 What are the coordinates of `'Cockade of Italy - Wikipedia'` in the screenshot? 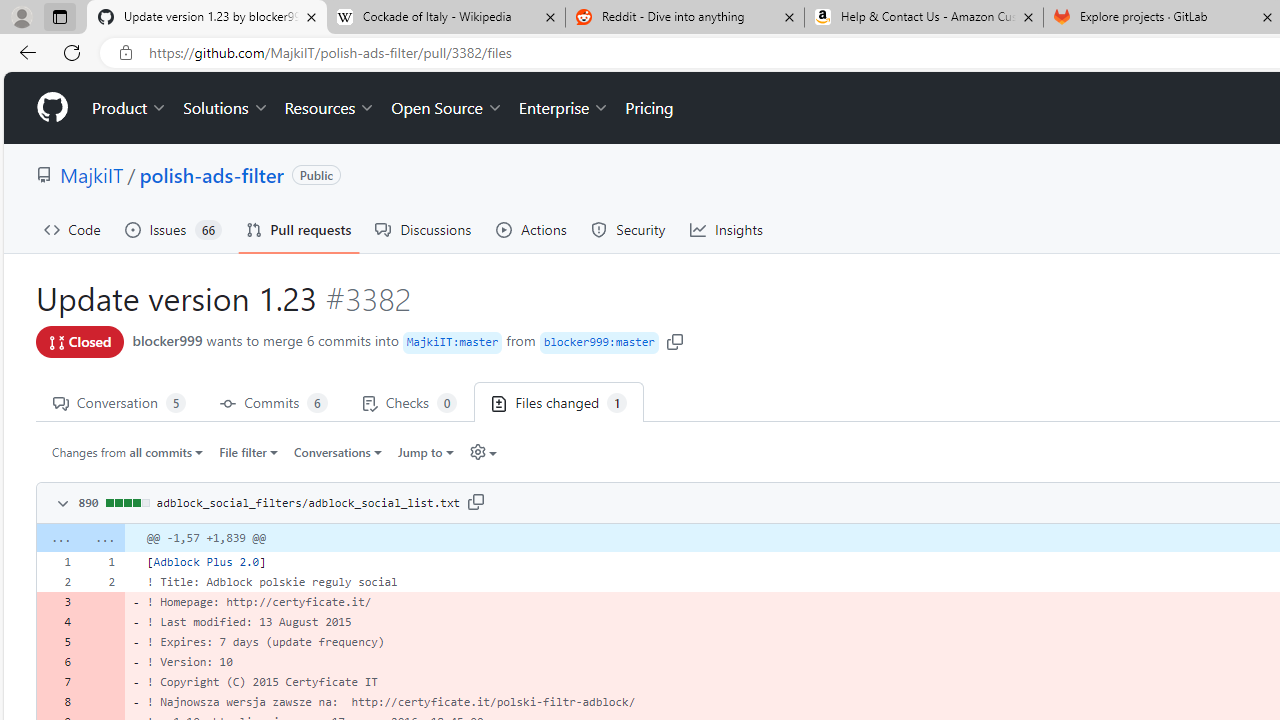 It's located at (444, 17).